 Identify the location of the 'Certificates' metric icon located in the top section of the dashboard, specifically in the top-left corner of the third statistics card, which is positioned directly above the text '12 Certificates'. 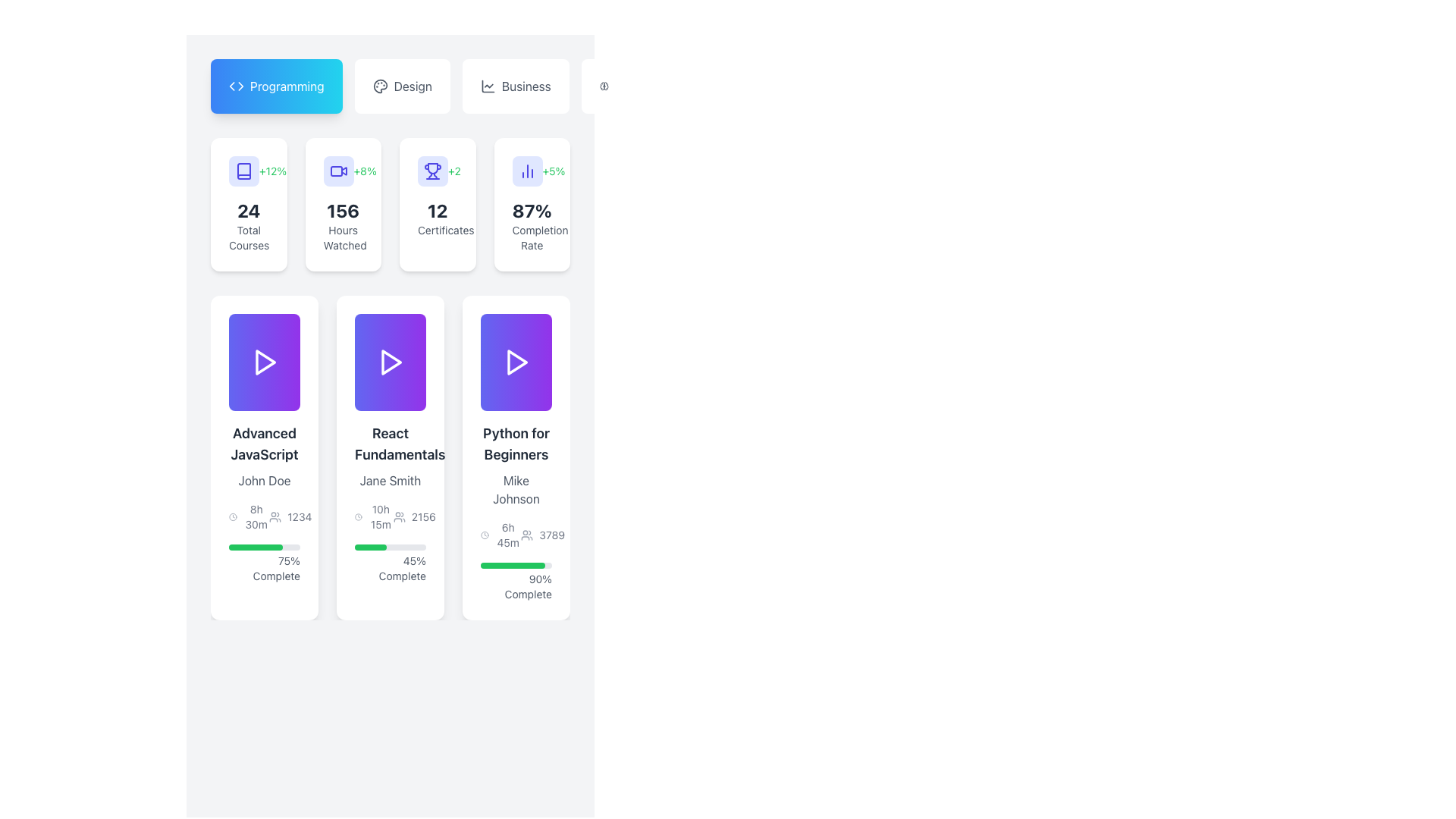
(432, 171).